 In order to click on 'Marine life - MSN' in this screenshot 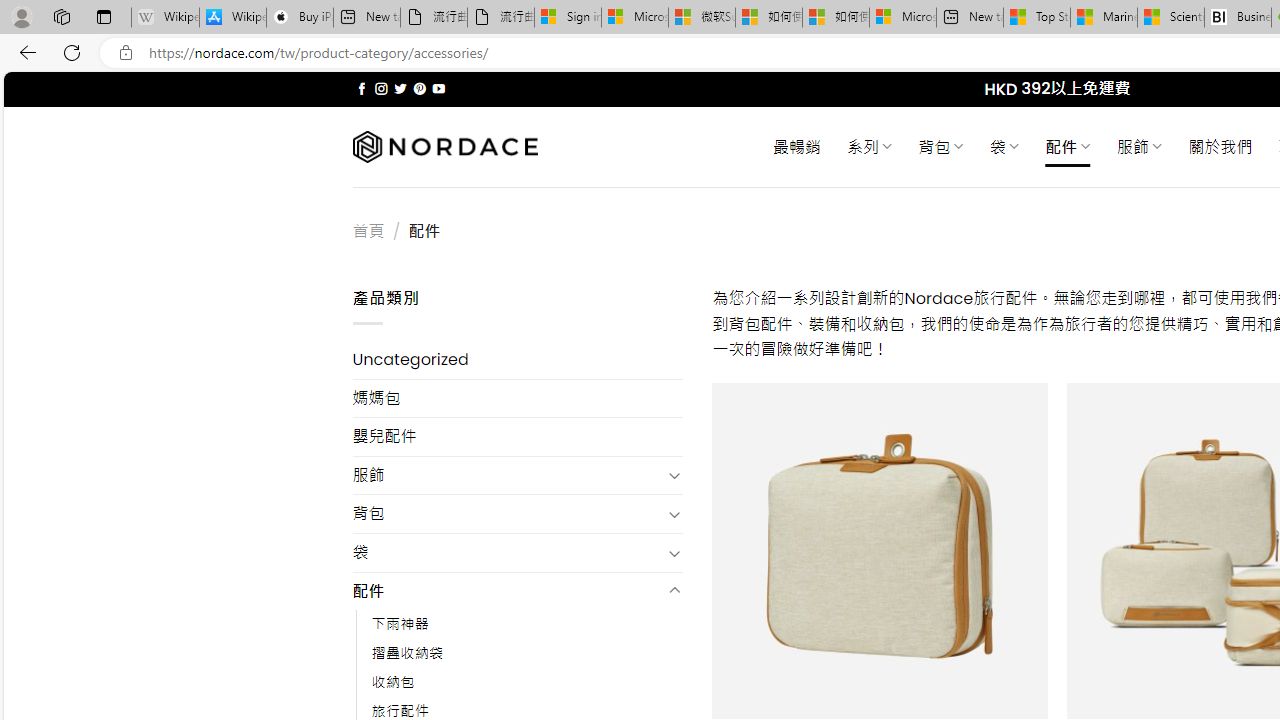, I will do `click(1103, 17)`.